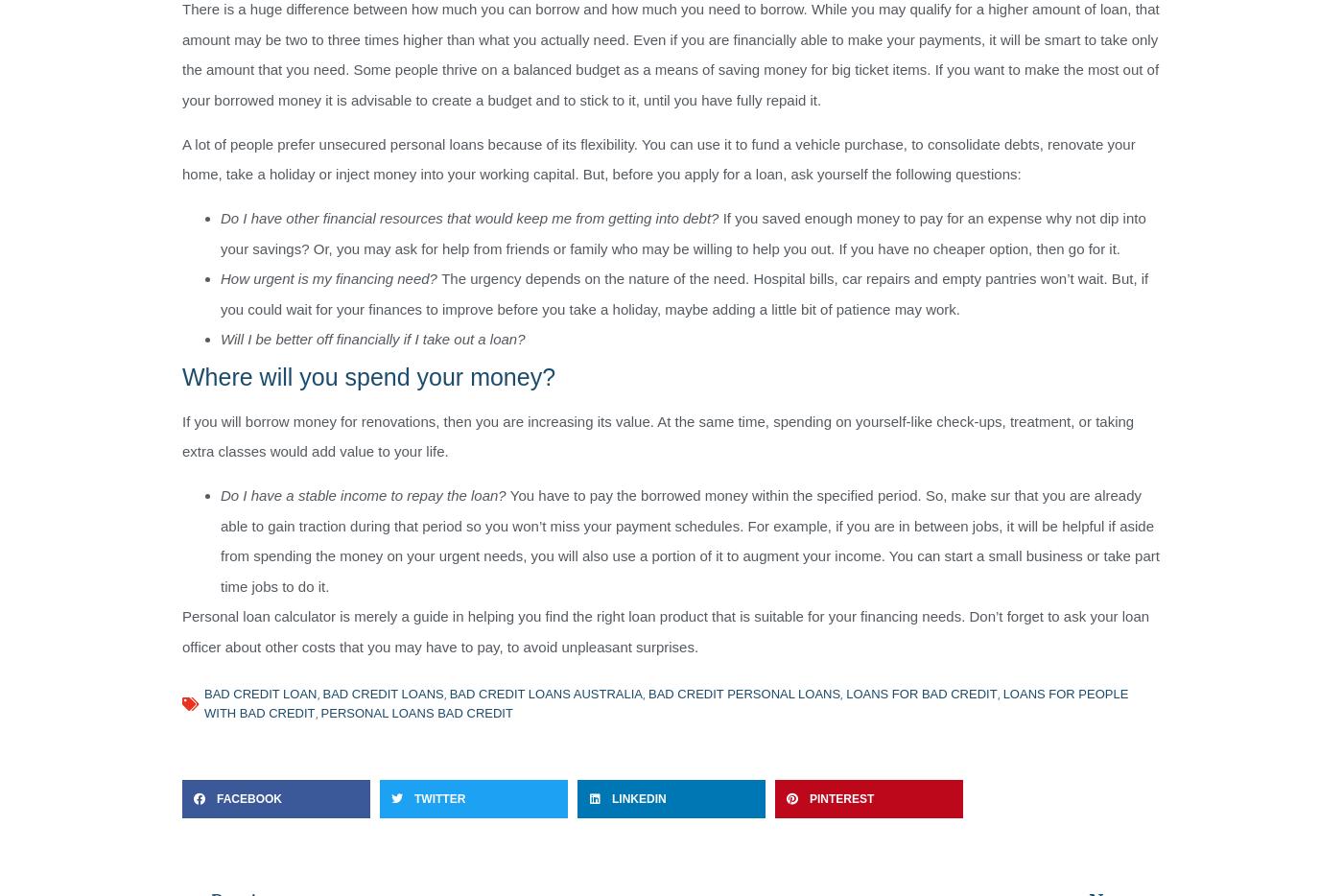 This screenshot has height=896, width=1343. Describe the element at coordinates (545, 694) in the screenshot. I see `'bad credit loans australia'` at that location.